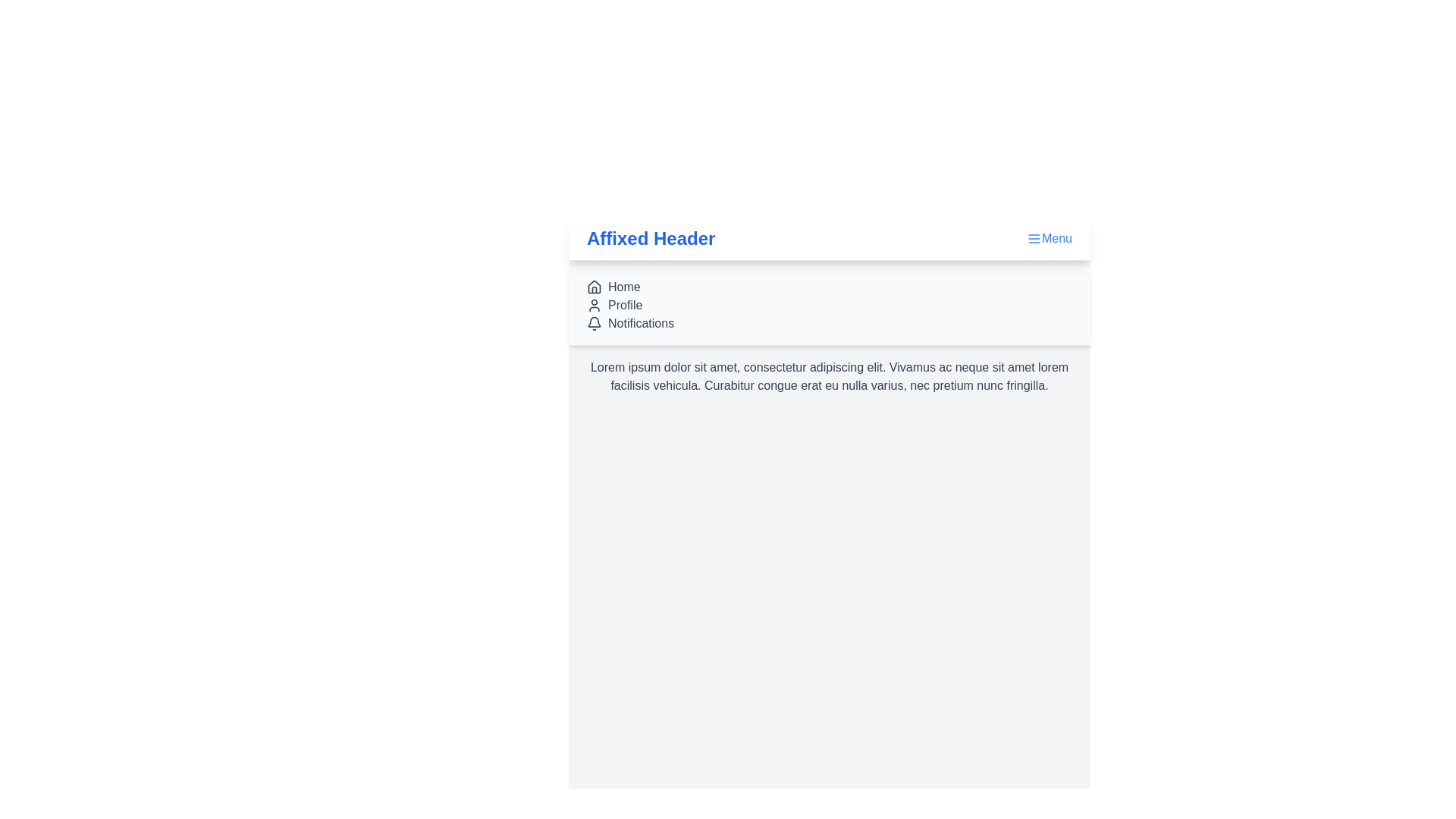 Image resolution: width=1456 pixels, height=819 pixels. Describe the element at coordinates (593, 323) in the screenshot. I see `the black bell icon representing notifications in the navigation panel located under the 'Notifications' label` at that location.